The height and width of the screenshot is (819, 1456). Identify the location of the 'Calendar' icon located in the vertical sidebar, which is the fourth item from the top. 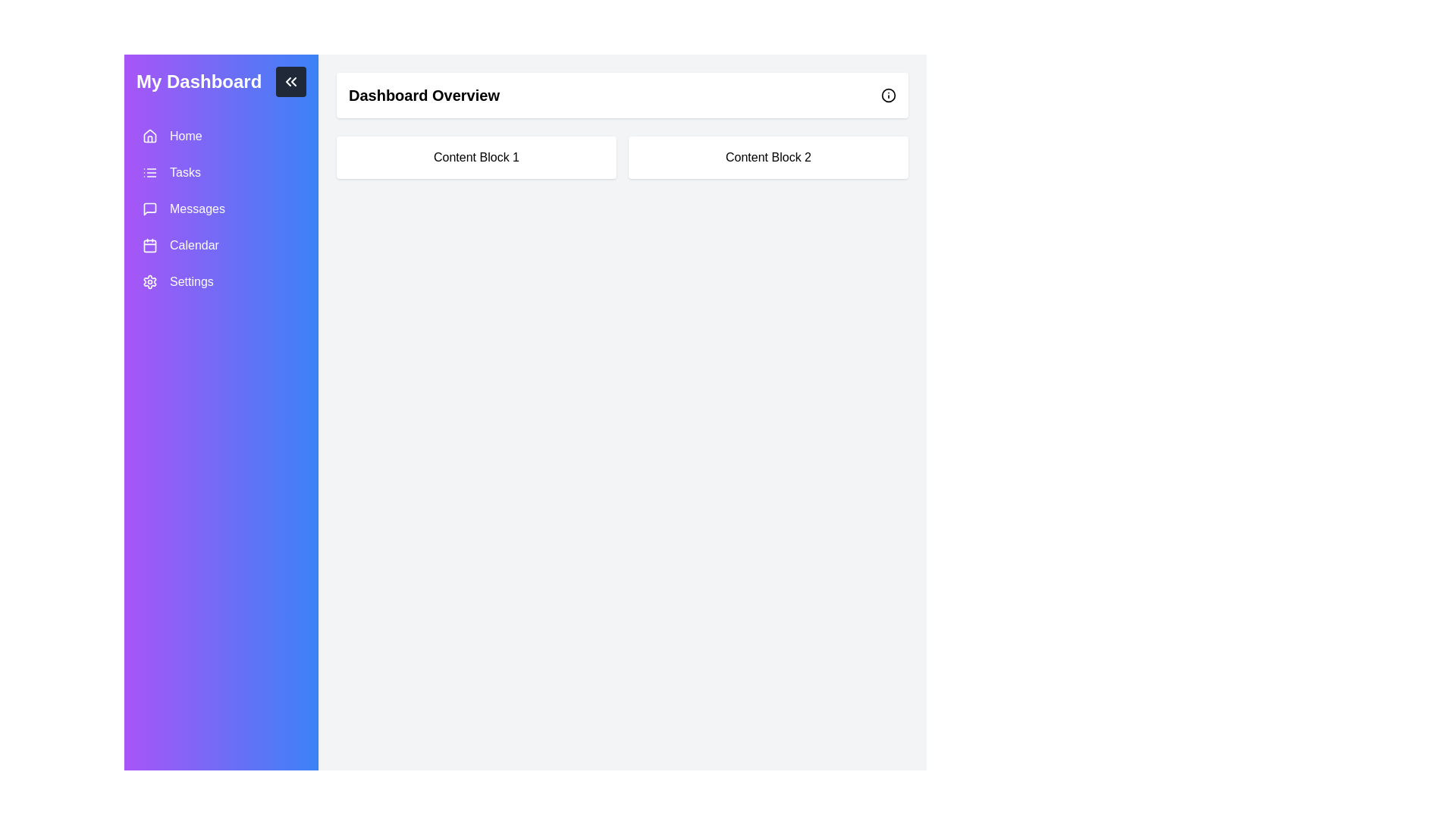
(149, 245).